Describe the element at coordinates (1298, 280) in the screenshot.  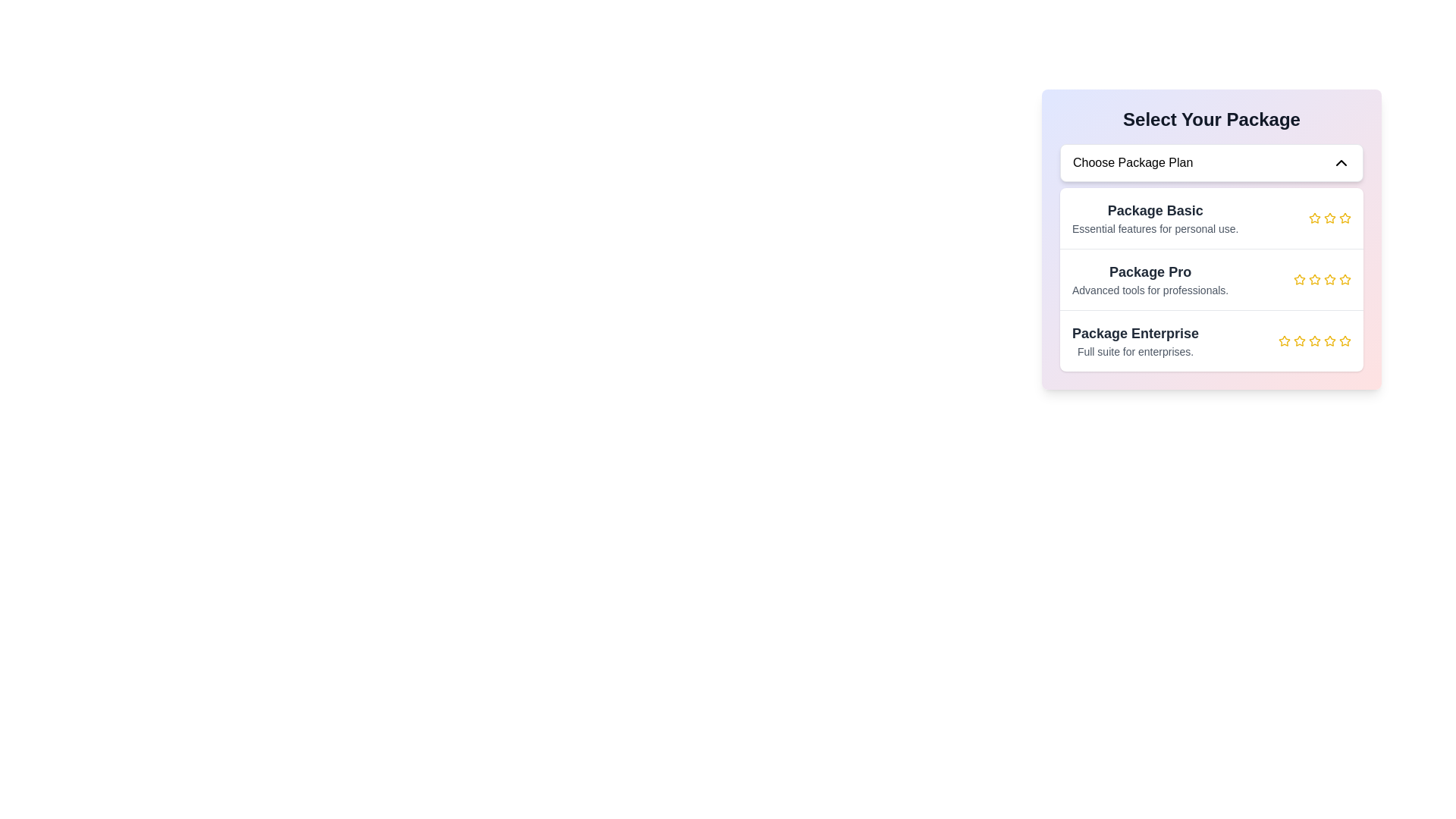
I see `the star icon used for rating the 'Package Pro' option` at that location.